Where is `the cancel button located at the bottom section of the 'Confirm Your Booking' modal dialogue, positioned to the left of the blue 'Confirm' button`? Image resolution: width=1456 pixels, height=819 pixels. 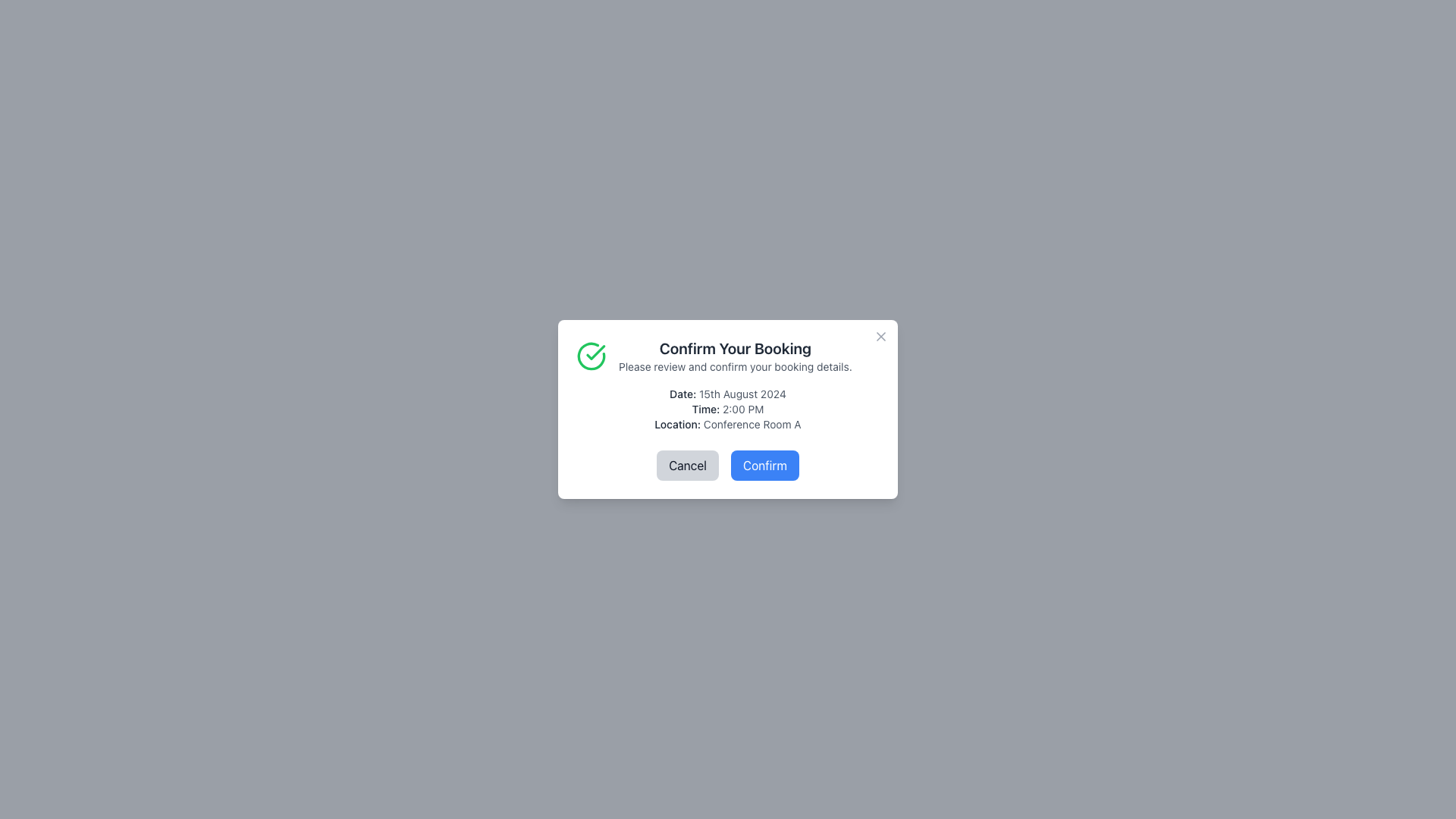
the cancel button located at the bottom section of the 'Confirm Your Booking' modal dialogue, positioned to the left of the blue 'Confirm' button is located at coordinates (687, 464).